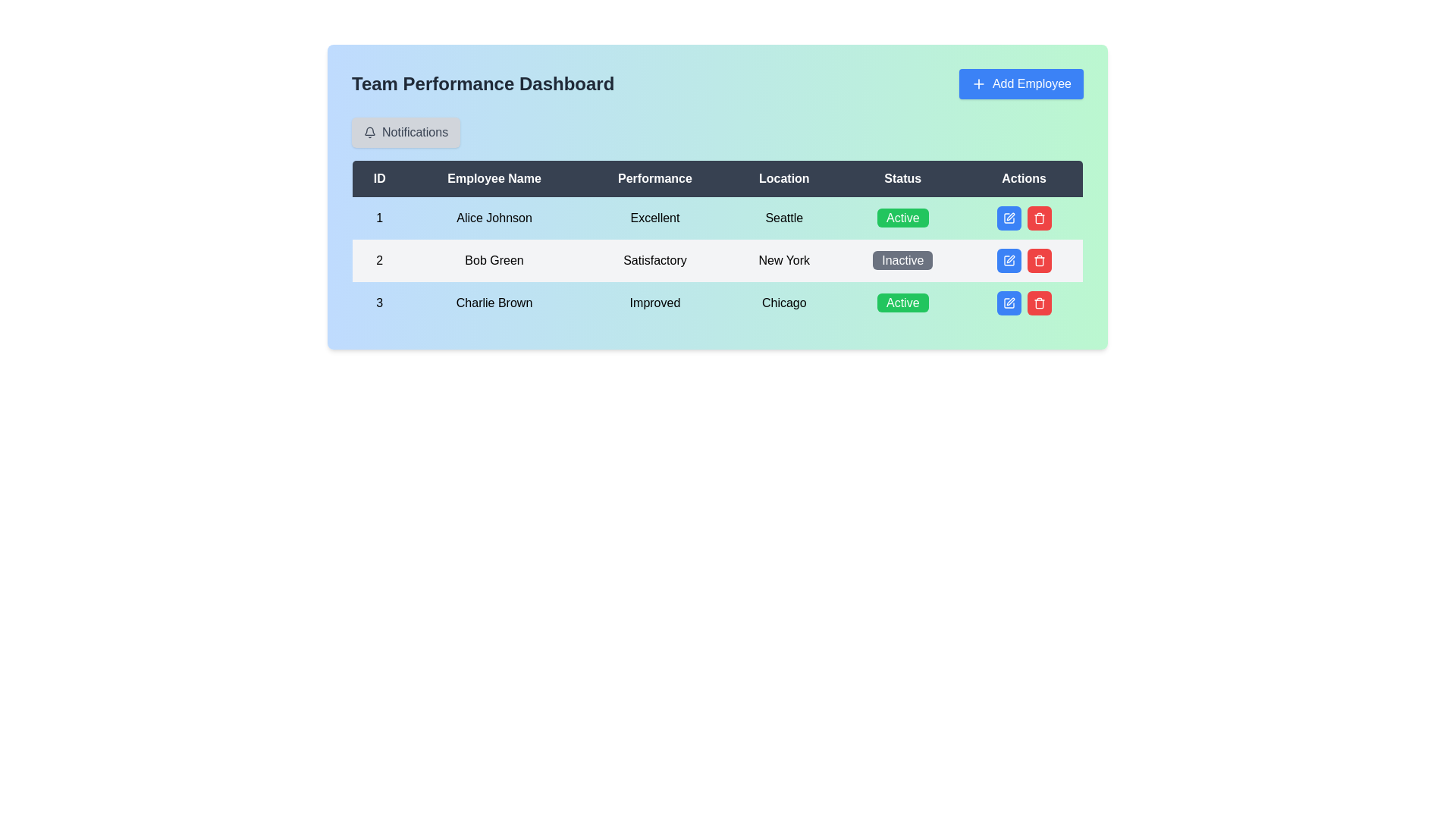  I want to click on the 'Add Employee' button located in the top-right corner of the 'Team Performance Dashboard' interface, so click(1021, 84).